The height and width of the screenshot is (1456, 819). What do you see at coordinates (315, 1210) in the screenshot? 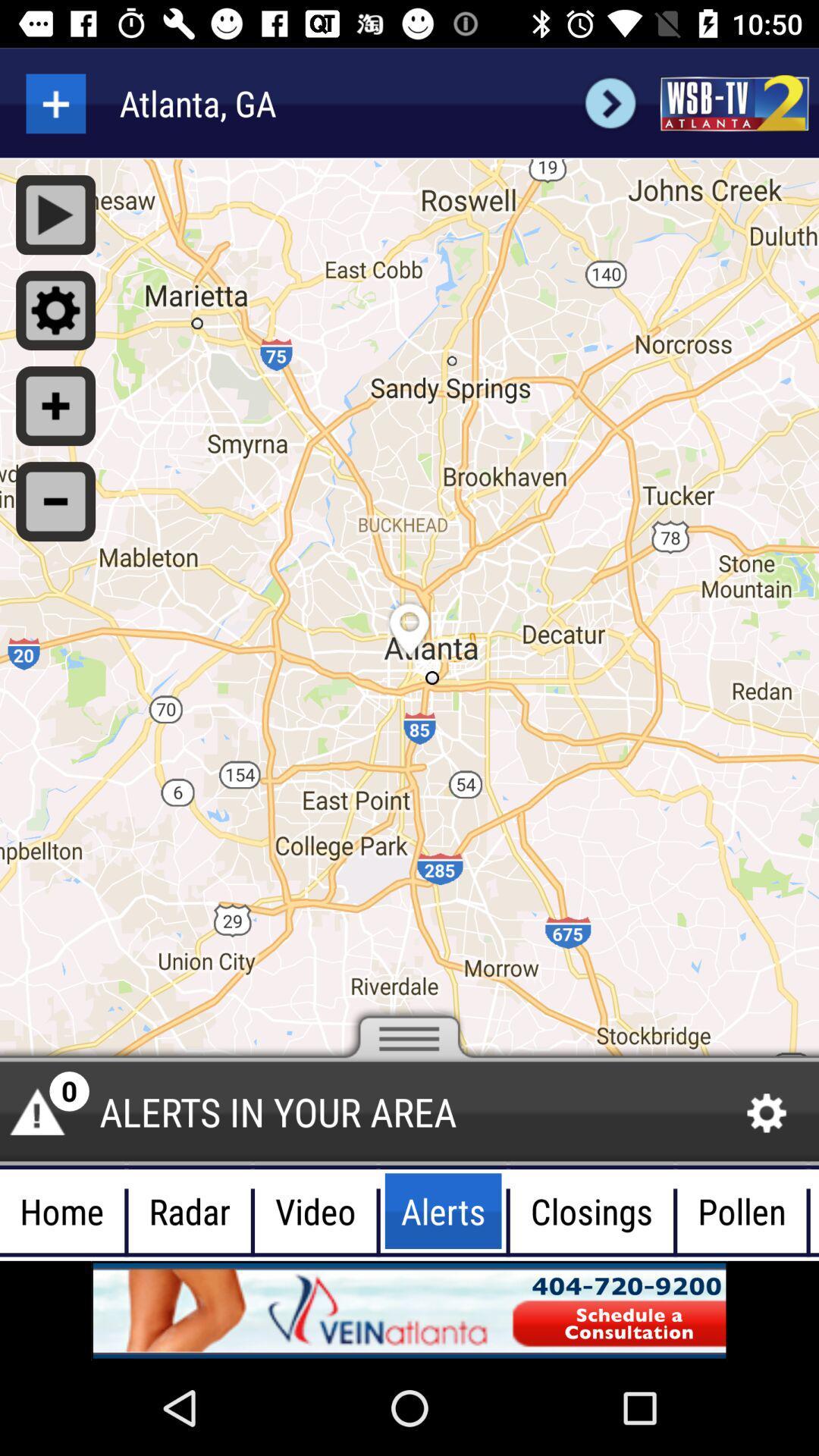
I see `the button which is left side of the alerts` at bounding box center [315, 1210].